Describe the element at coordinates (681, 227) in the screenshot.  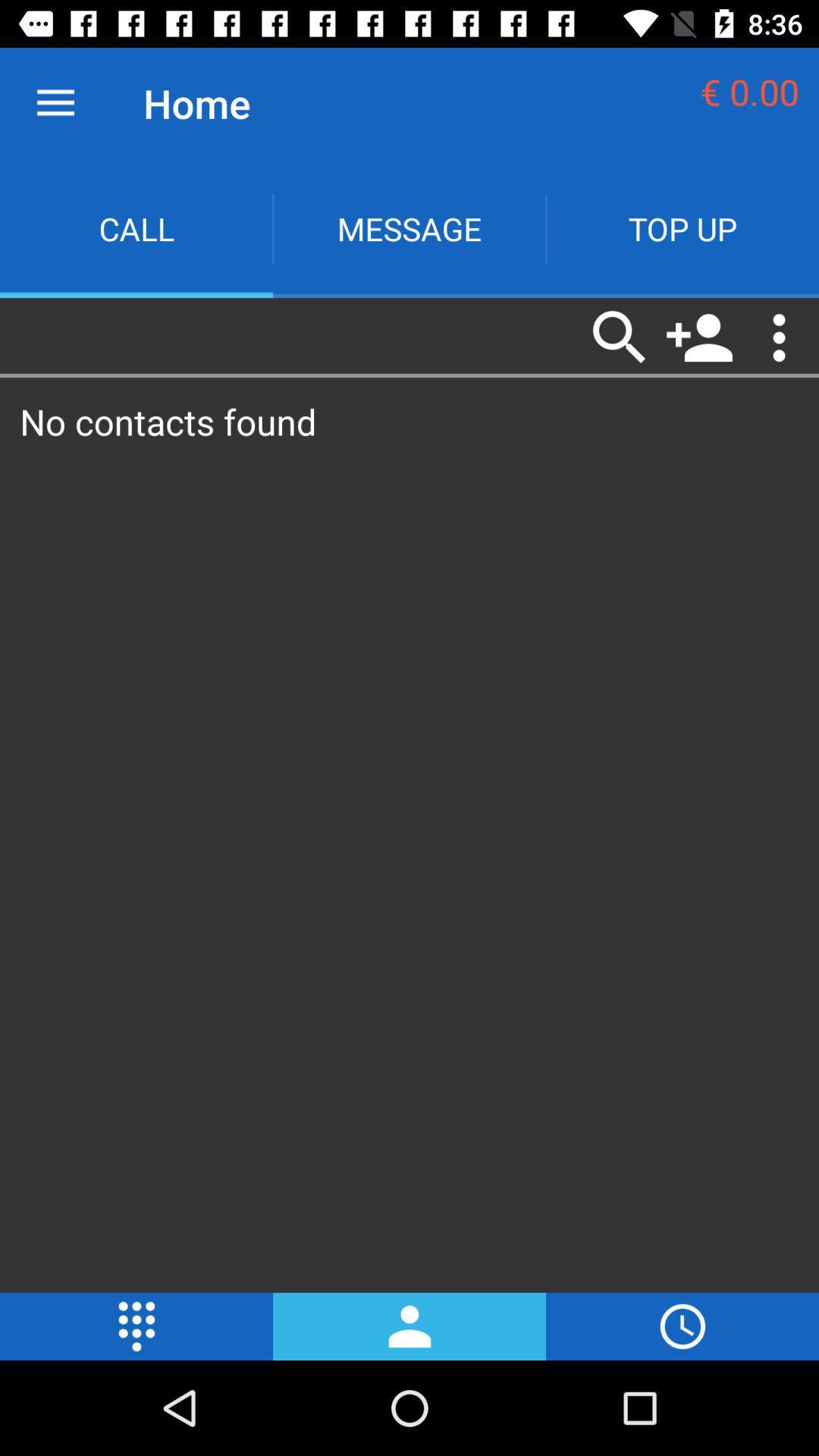
I see `the text top up` at that location.